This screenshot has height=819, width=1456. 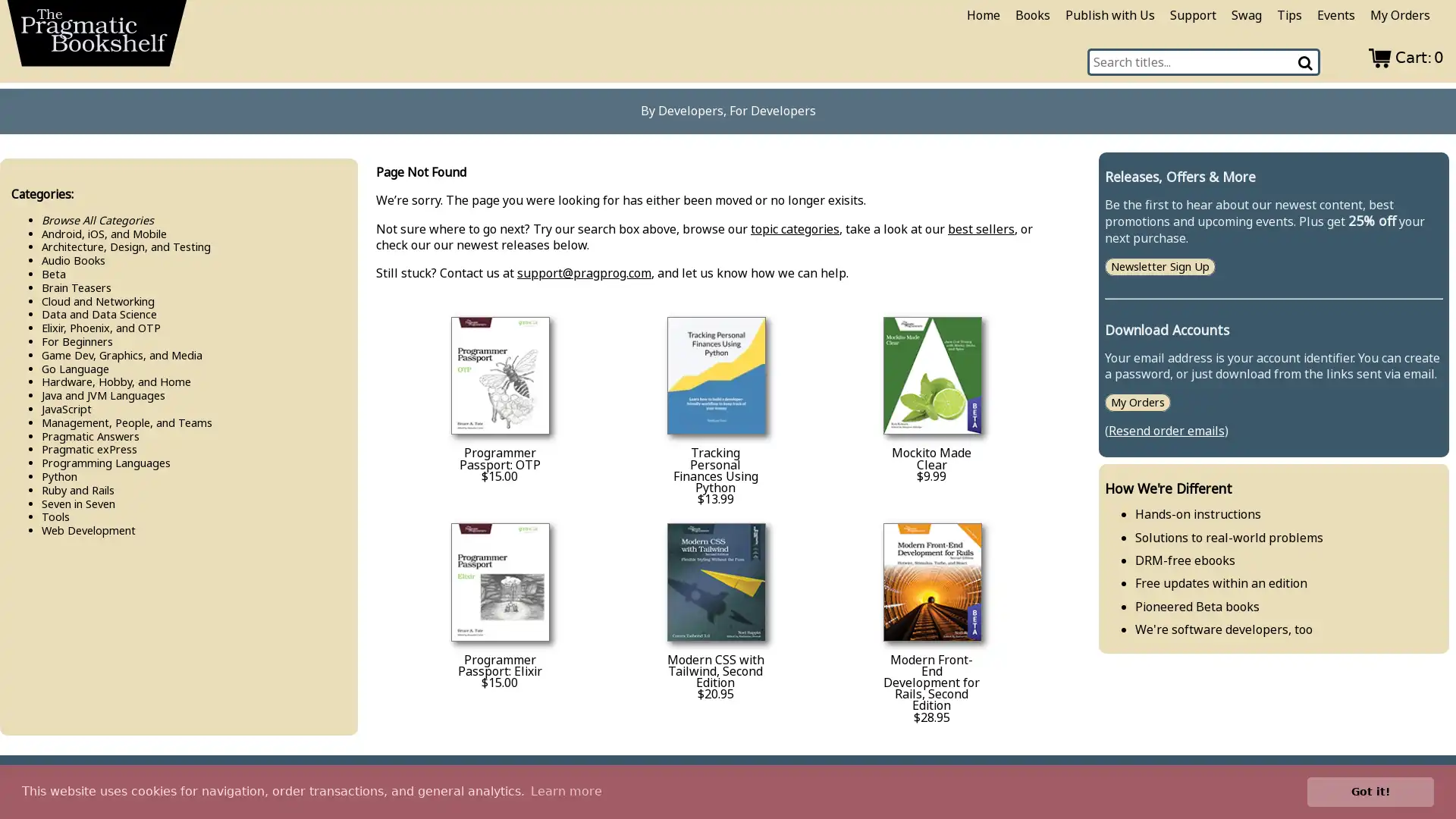 I want to click on dismiss cookie message, so click(x=1370, y=791).